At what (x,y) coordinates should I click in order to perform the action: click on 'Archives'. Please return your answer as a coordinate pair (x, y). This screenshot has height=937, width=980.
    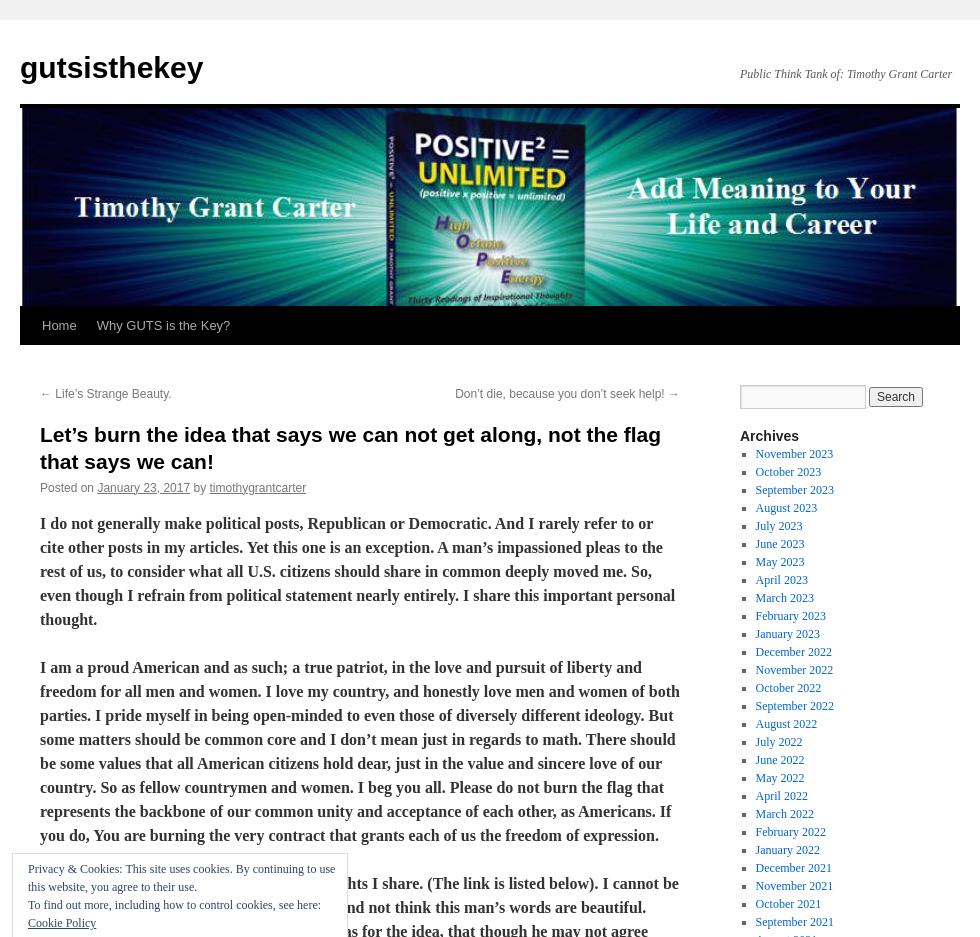
    Looking at the image, I should click on (769, 434).